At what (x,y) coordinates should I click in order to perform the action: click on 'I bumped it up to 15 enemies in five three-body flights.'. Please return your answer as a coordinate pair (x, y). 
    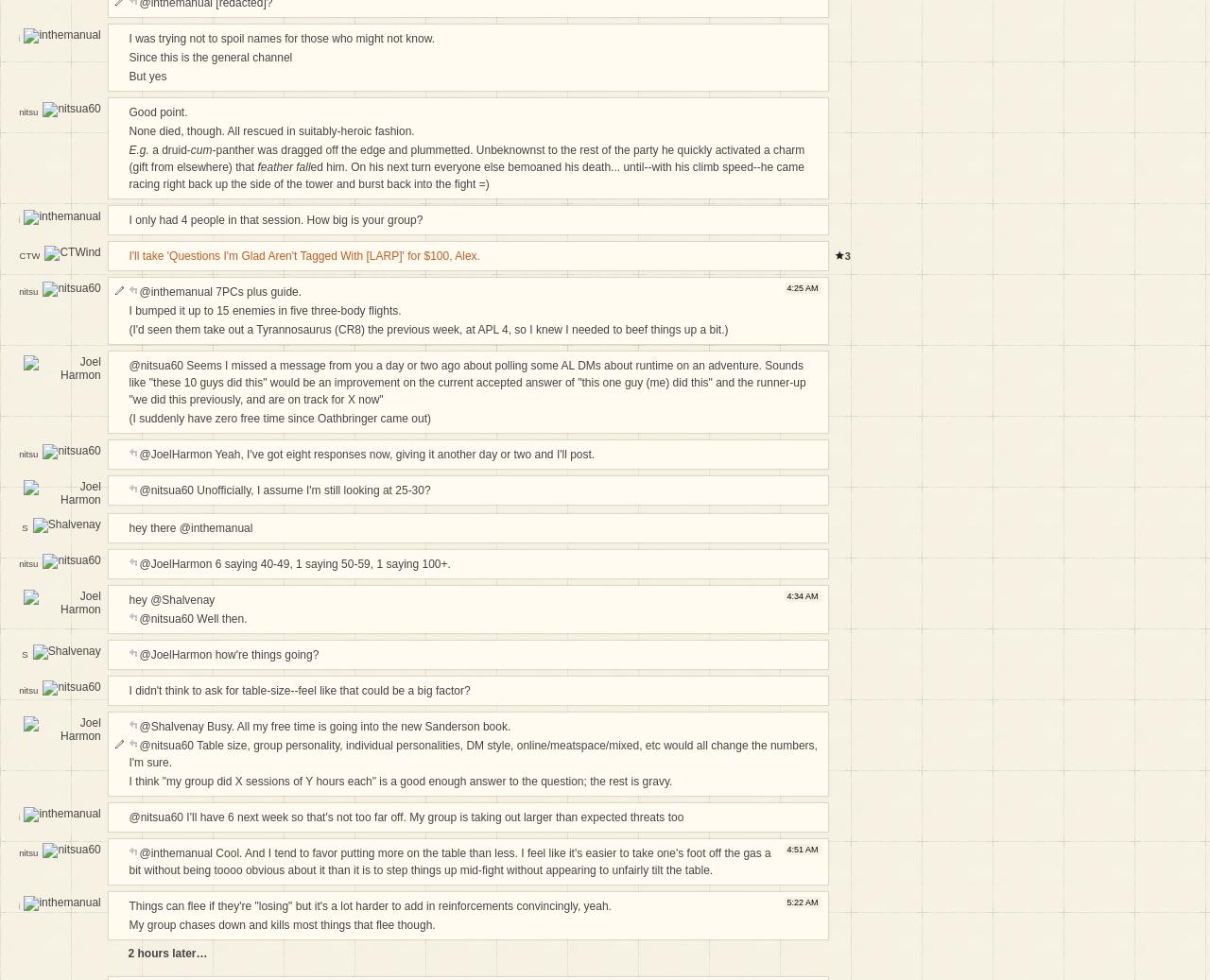
    Looking at the image, I should click on (127, 309).